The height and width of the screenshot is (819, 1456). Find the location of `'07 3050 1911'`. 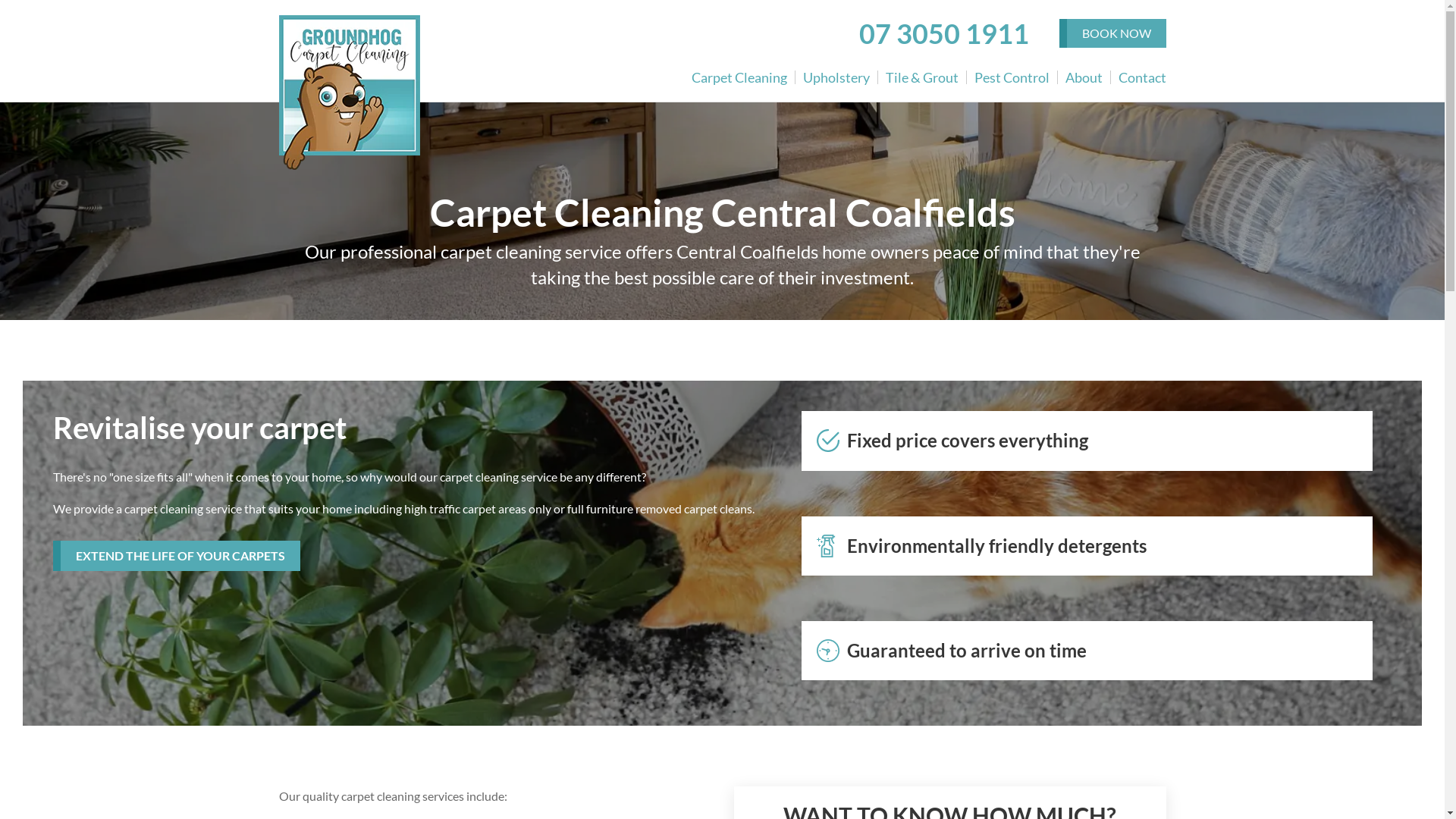

'07 3050 1911' is located at coordinates (942, 33).